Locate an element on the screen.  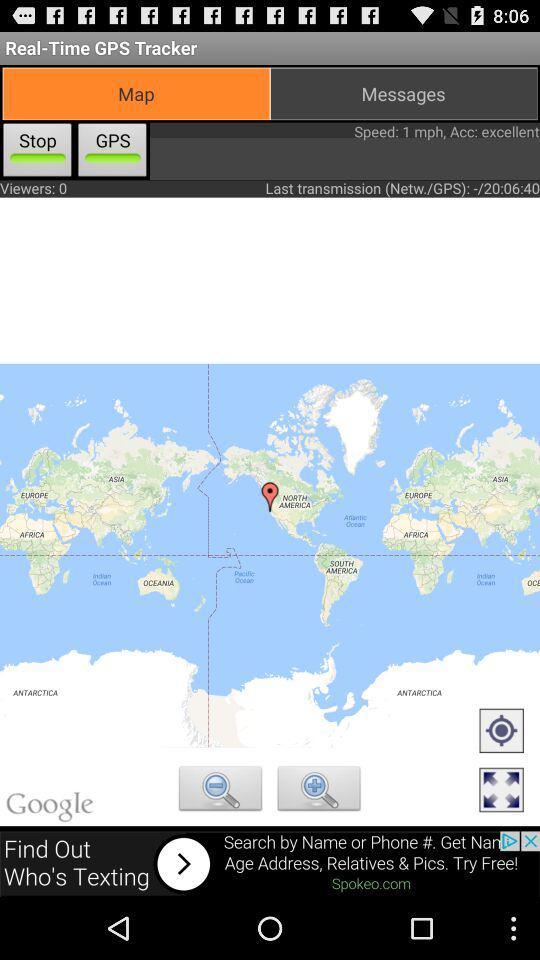
zoom out is located at coordinates (219, 791).